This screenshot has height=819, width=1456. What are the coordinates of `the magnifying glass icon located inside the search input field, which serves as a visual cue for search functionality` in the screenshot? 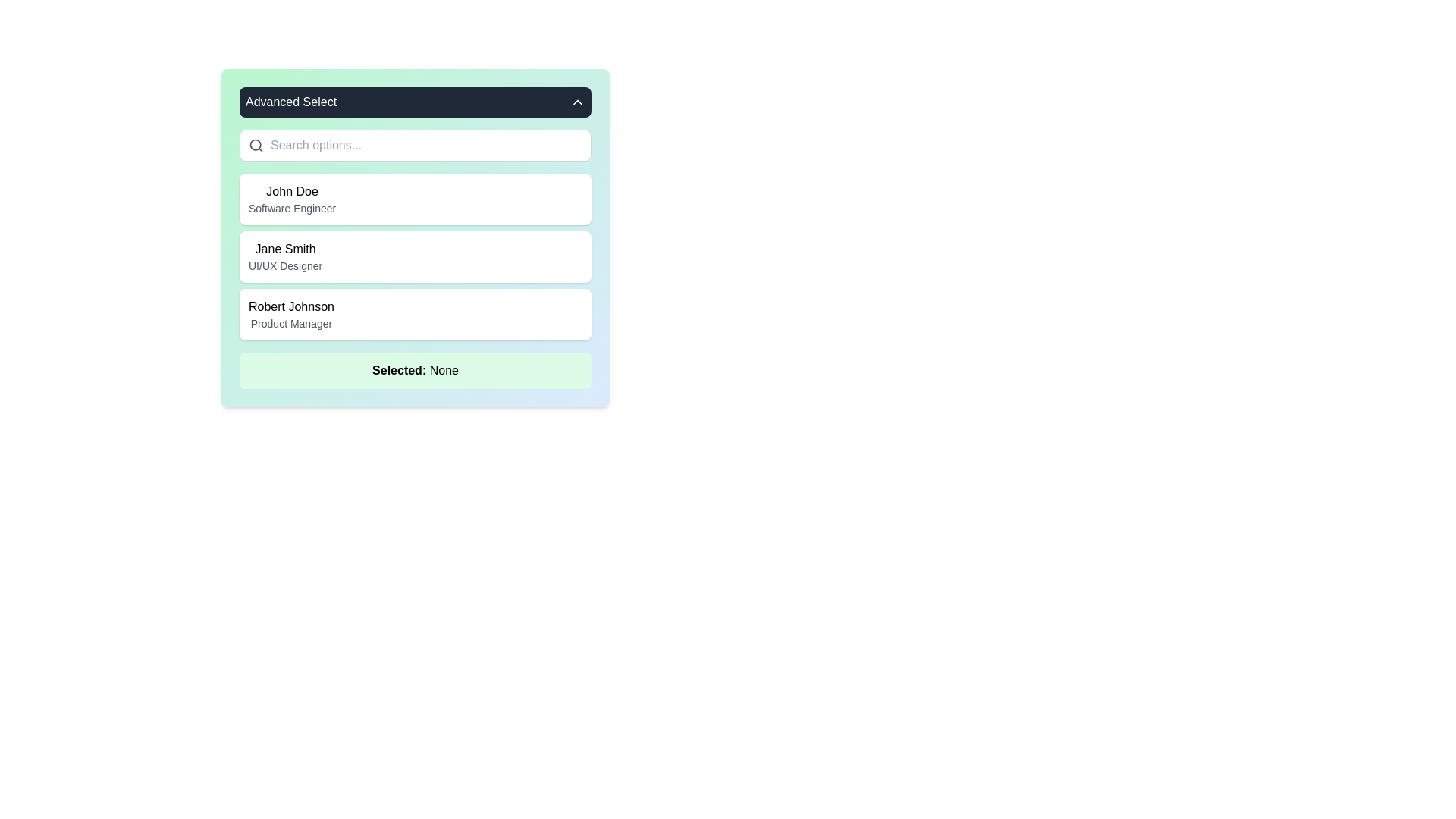 It's located at (256, 146).